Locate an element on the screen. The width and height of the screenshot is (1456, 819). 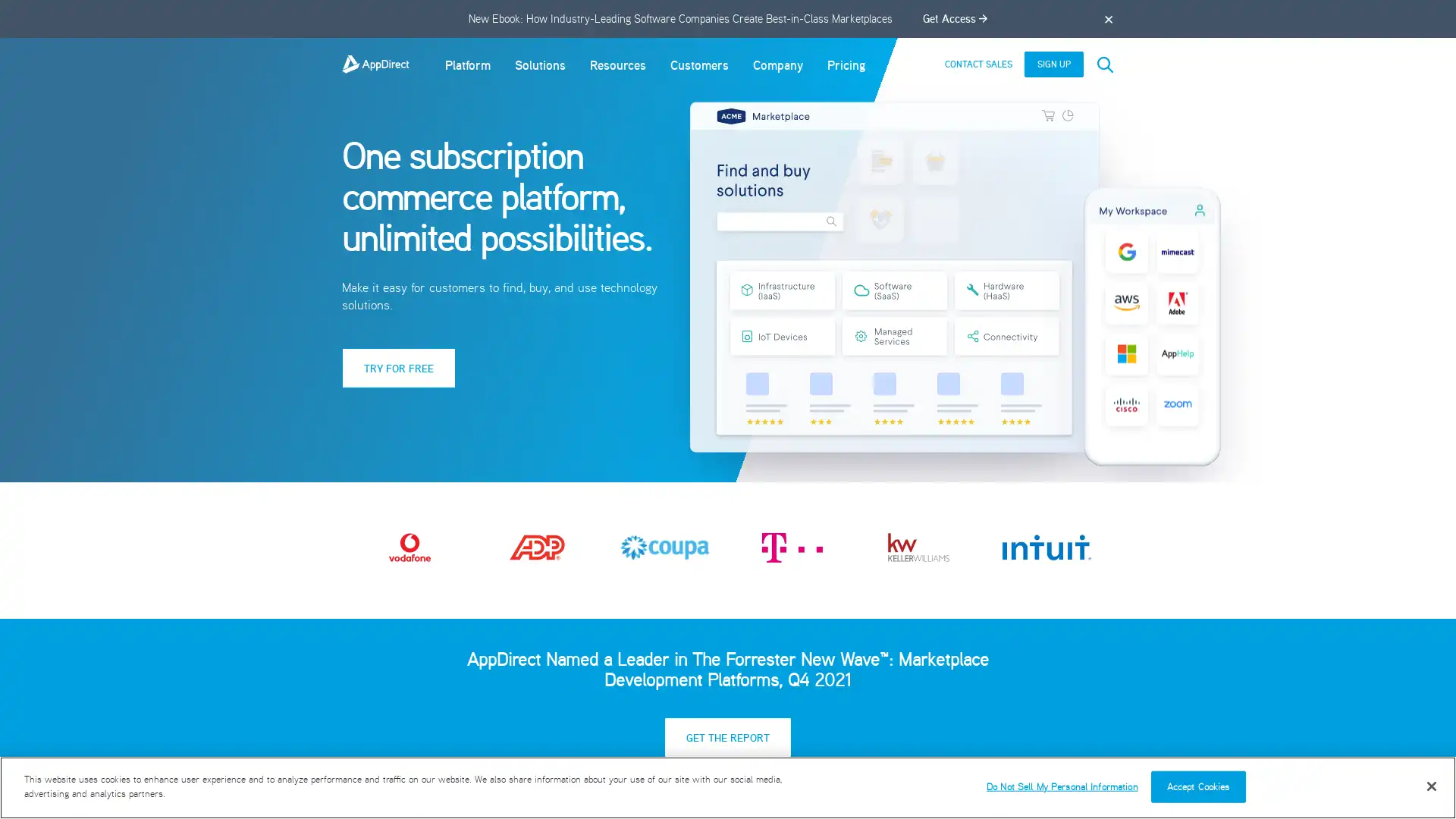
Close is located at coordinates (1430, 785).